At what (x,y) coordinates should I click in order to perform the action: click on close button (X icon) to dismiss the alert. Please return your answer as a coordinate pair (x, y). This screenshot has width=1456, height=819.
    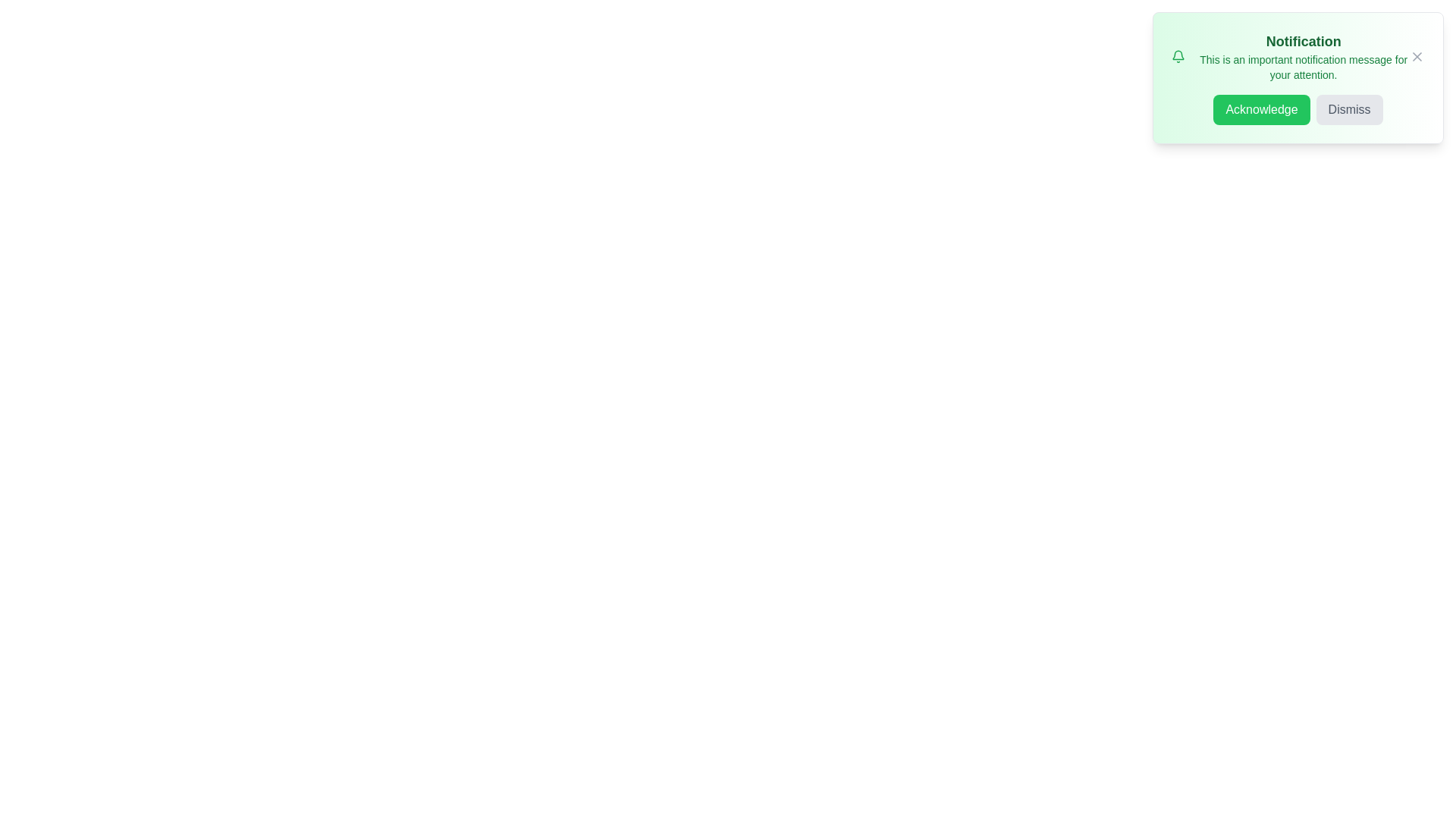
    Looking at the image, I should click on (1416, 55).